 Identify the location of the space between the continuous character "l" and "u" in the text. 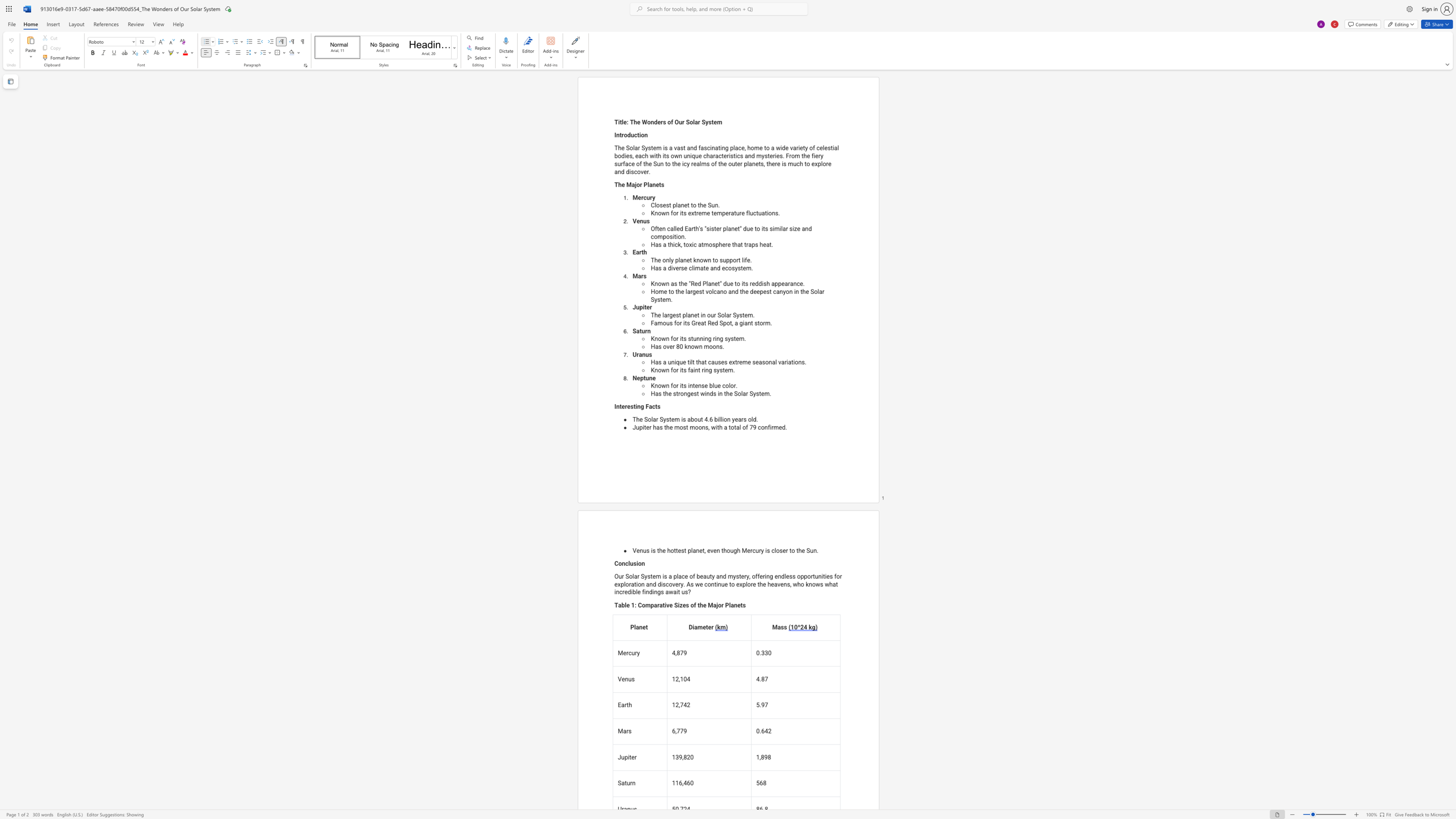
(714, 385).